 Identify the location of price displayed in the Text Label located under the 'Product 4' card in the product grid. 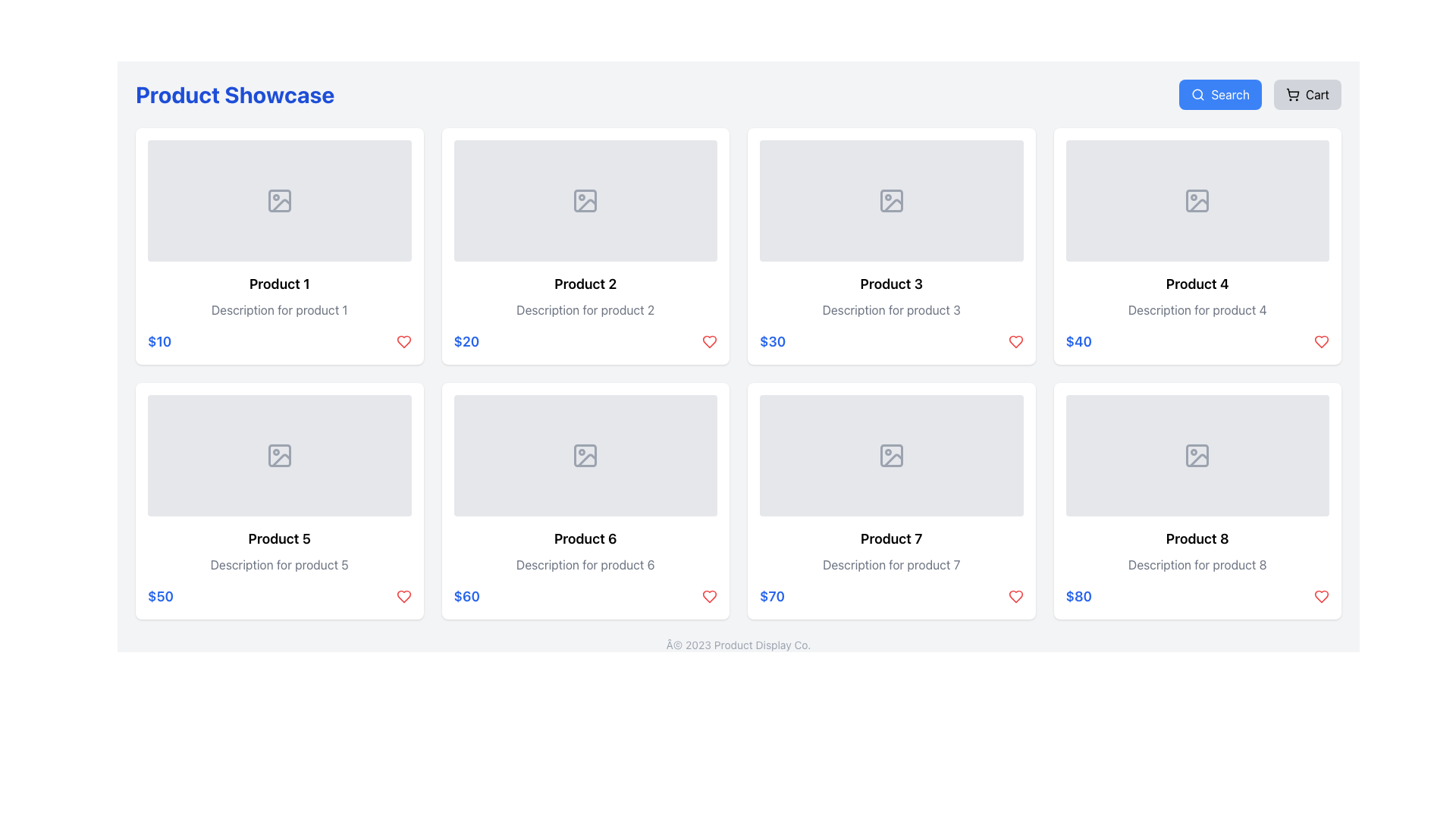
(1078, 342).